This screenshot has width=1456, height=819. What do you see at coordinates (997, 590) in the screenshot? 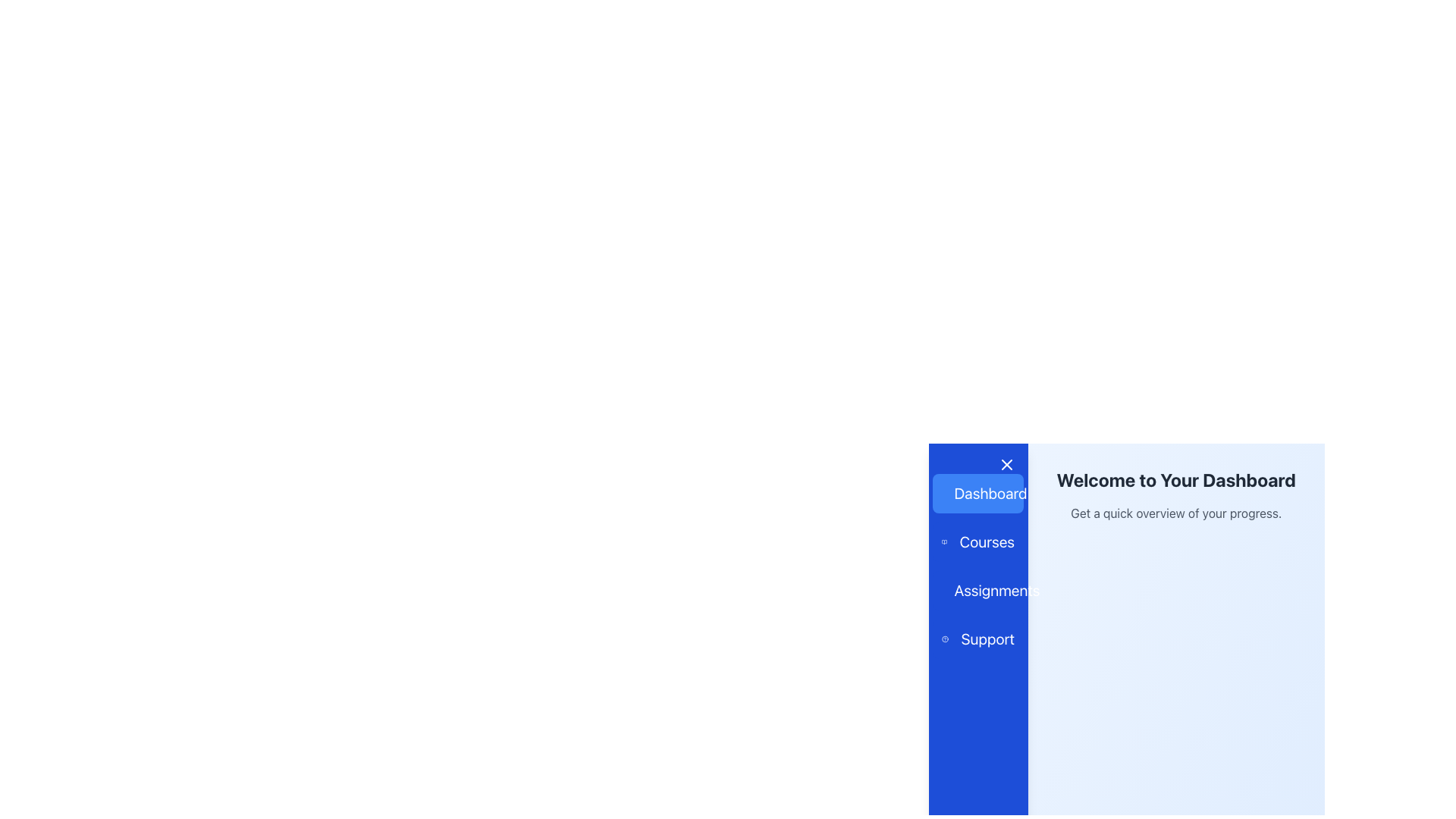
I see `the 'Assignments' text label in the blue sidebar menu` at bounding box center [997, 590].